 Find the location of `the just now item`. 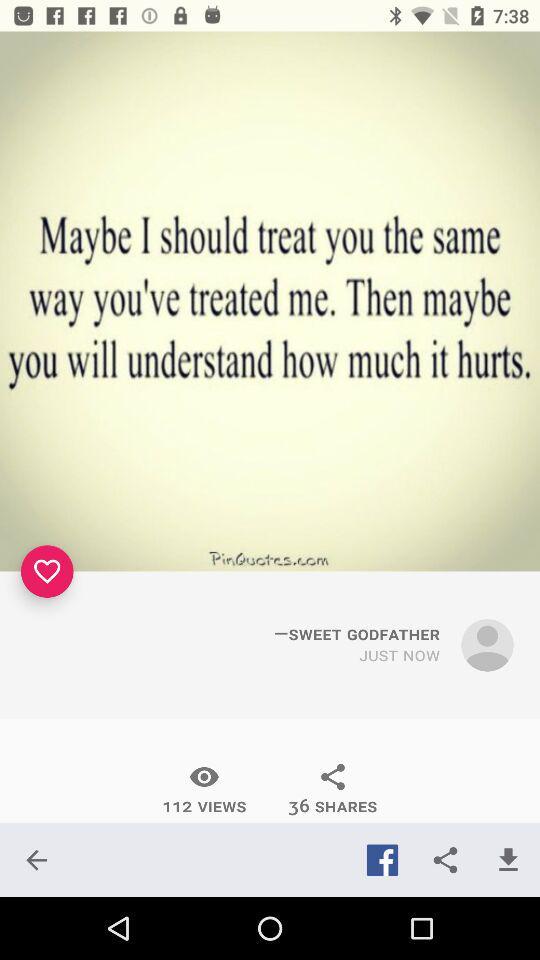

the just now item is located at coordinates (399, 654).